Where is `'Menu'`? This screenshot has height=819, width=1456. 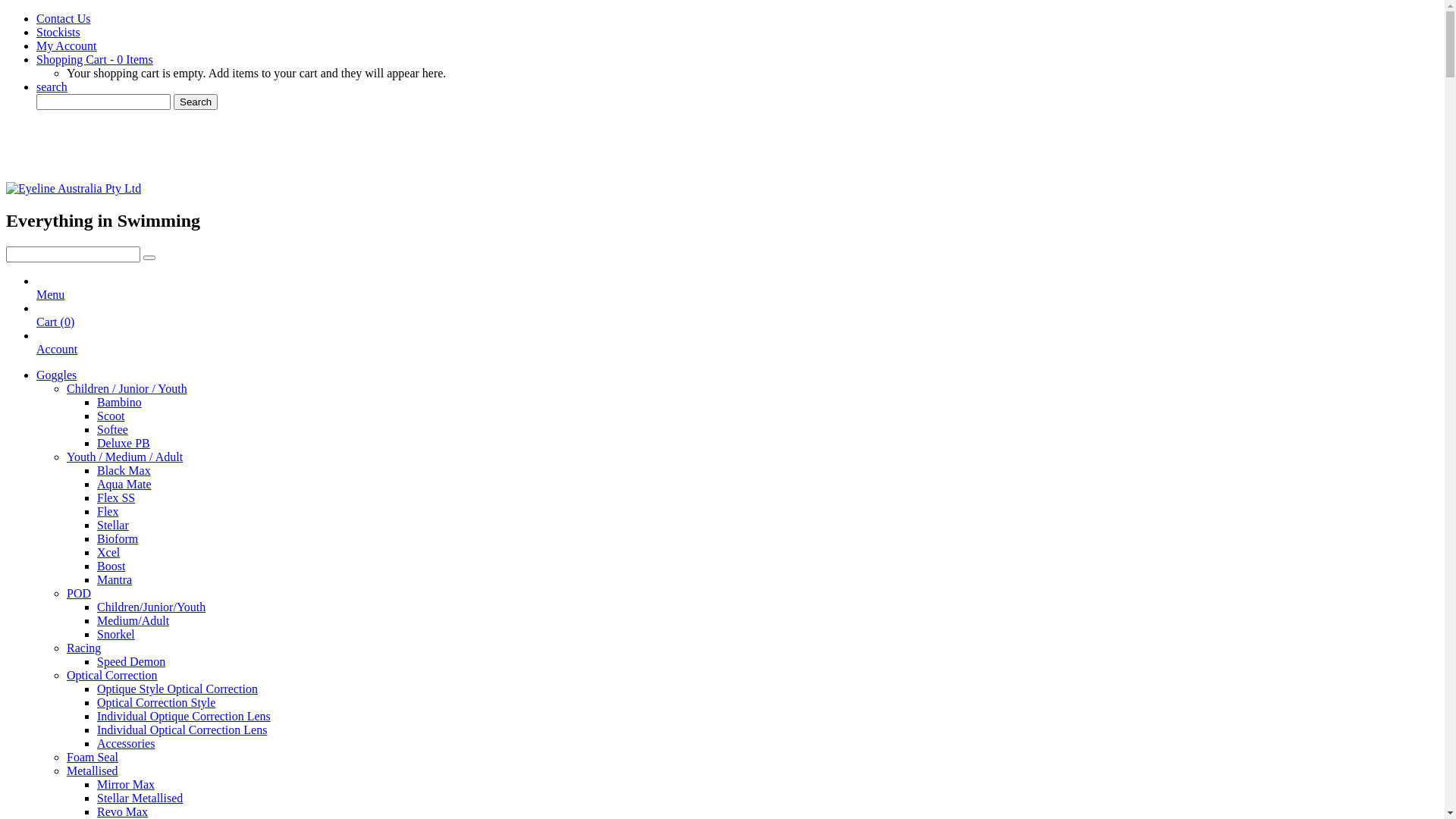 'Menu' is located at coordinates (36, 301).